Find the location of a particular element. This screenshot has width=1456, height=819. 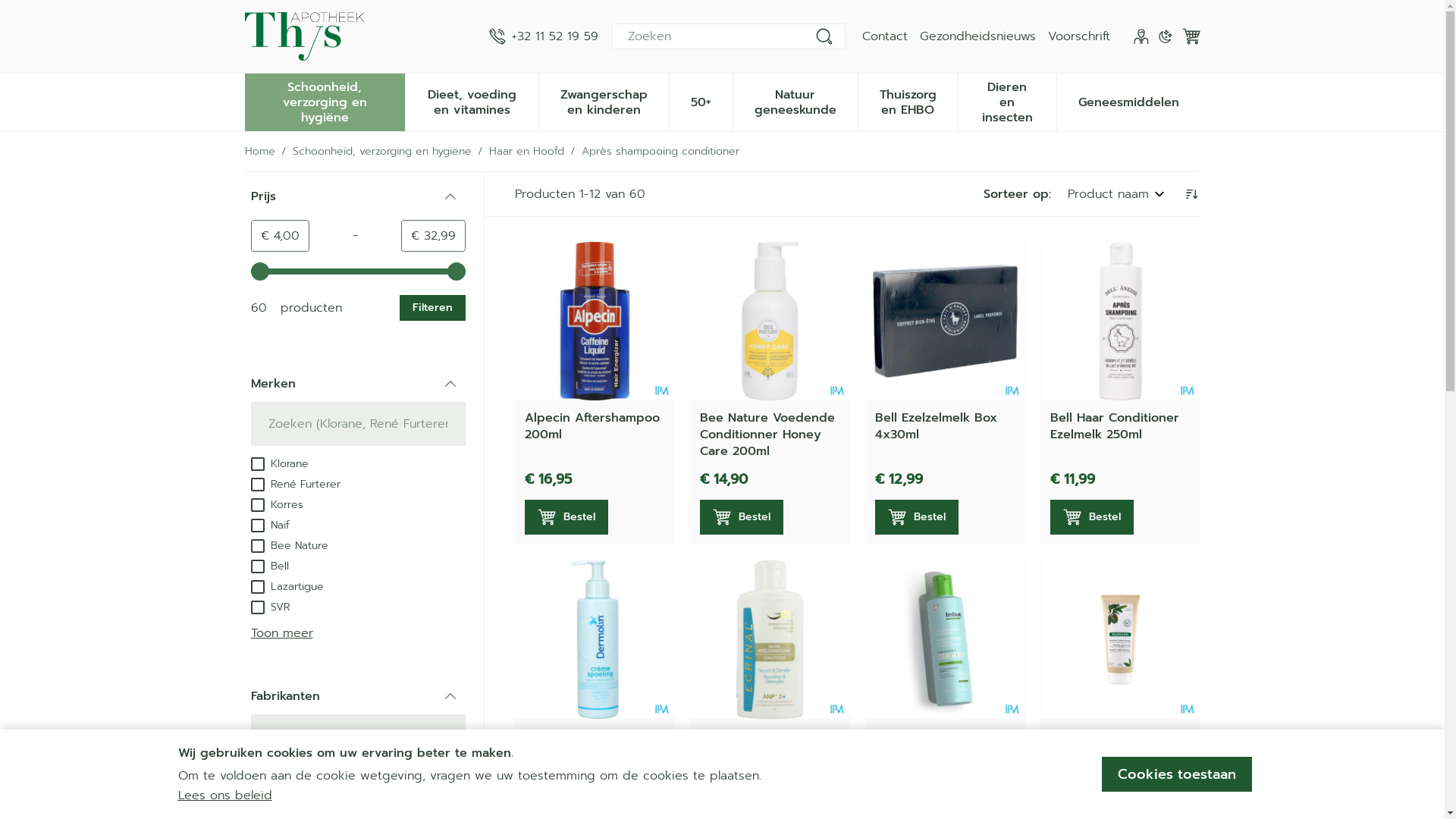

'Klant menu' is located at coordinates (1132, 35).